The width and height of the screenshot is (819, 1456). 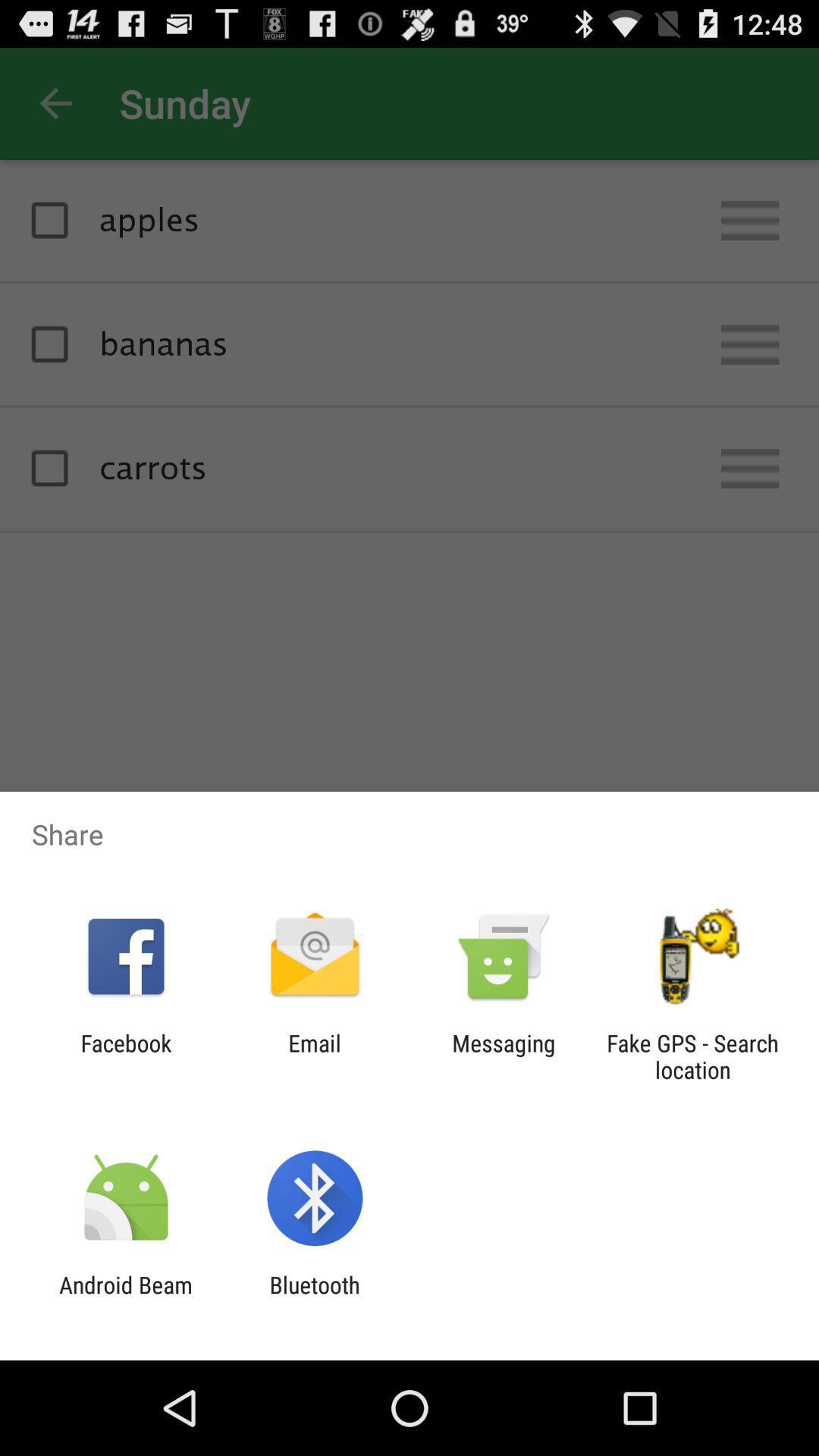 What do you see at coordinates (314, 1298) in the screenshot?
I see `item to the right of android beam icon` at bounding box center [314, 1298].